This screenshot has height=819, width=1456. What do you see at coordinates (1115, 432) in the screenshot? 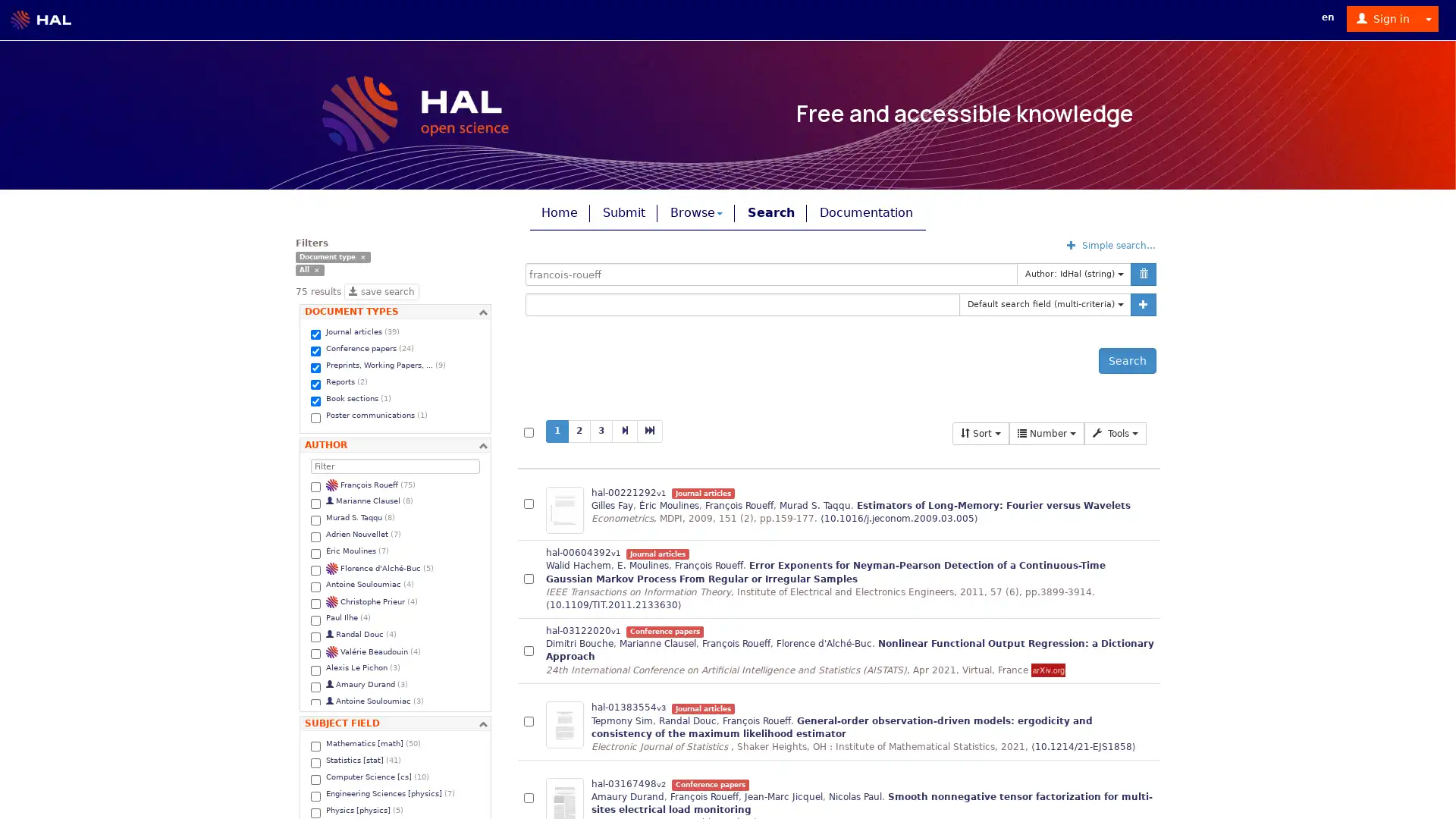
I see `Tools` at bounding box center [1115, 432].